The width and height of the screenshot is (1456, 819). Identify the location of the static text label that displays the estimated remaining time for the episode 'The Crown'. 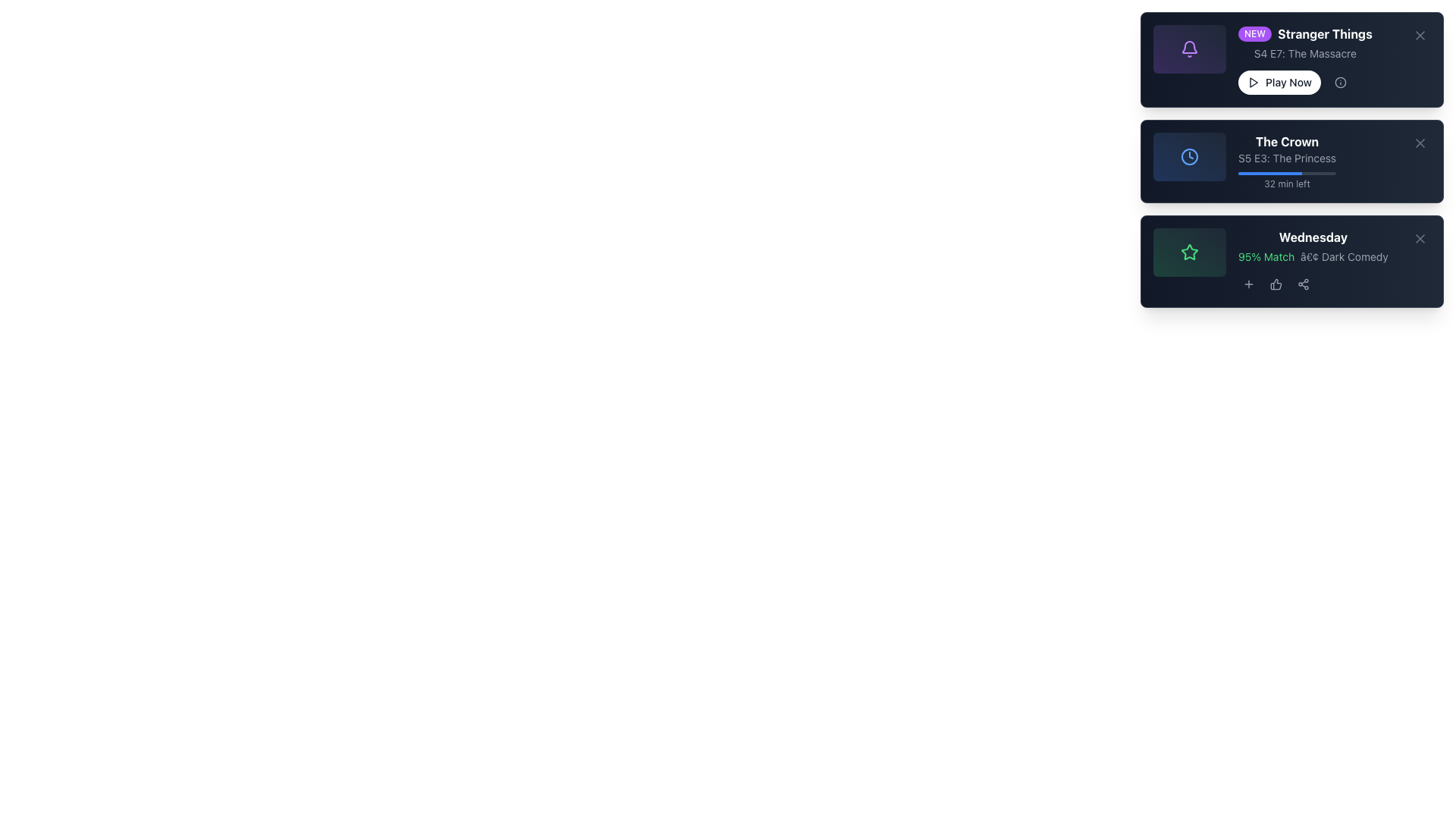
(1286, 184).